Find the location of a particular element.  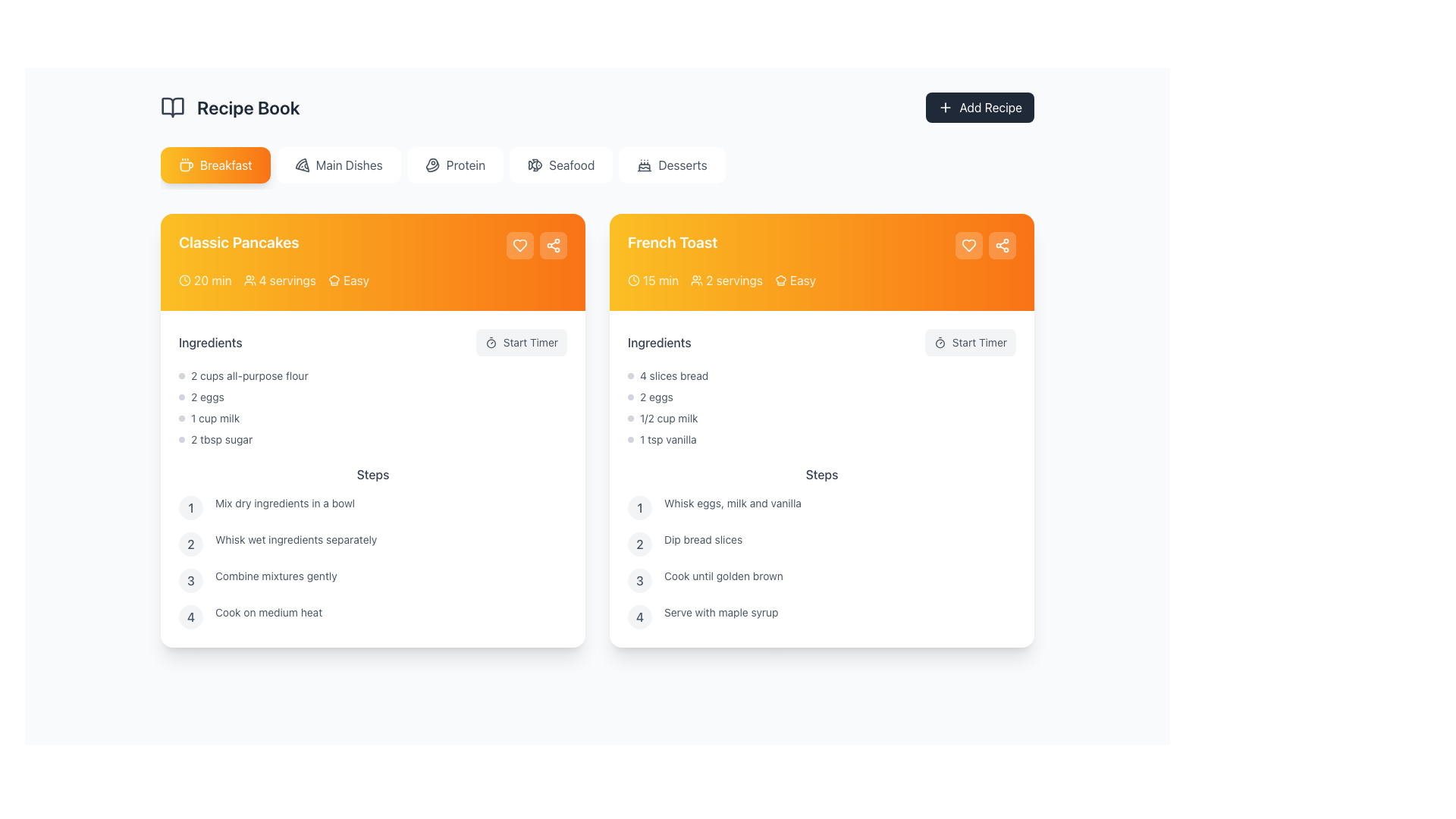

the 'Add Recipe' button located in the top-right corner of the interface, which contains the label 'Add Recipe' and a white '+' icon is located at coordinates (990, 107).